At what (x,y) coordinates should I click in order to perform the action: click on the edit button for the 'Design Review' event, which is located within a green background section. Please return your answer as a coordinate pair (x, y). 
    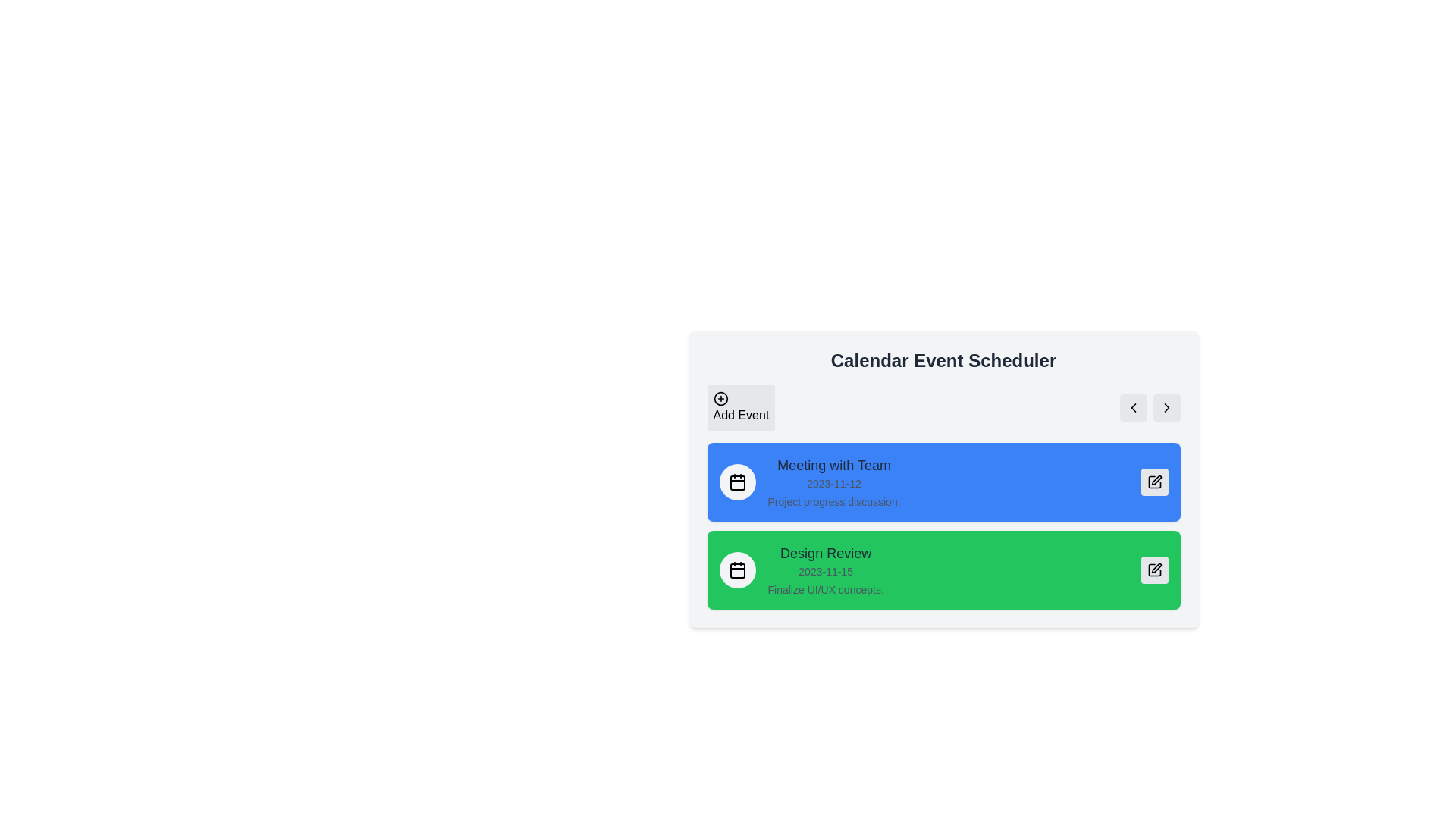
    Looking at the image, I should click on (1153, 570).